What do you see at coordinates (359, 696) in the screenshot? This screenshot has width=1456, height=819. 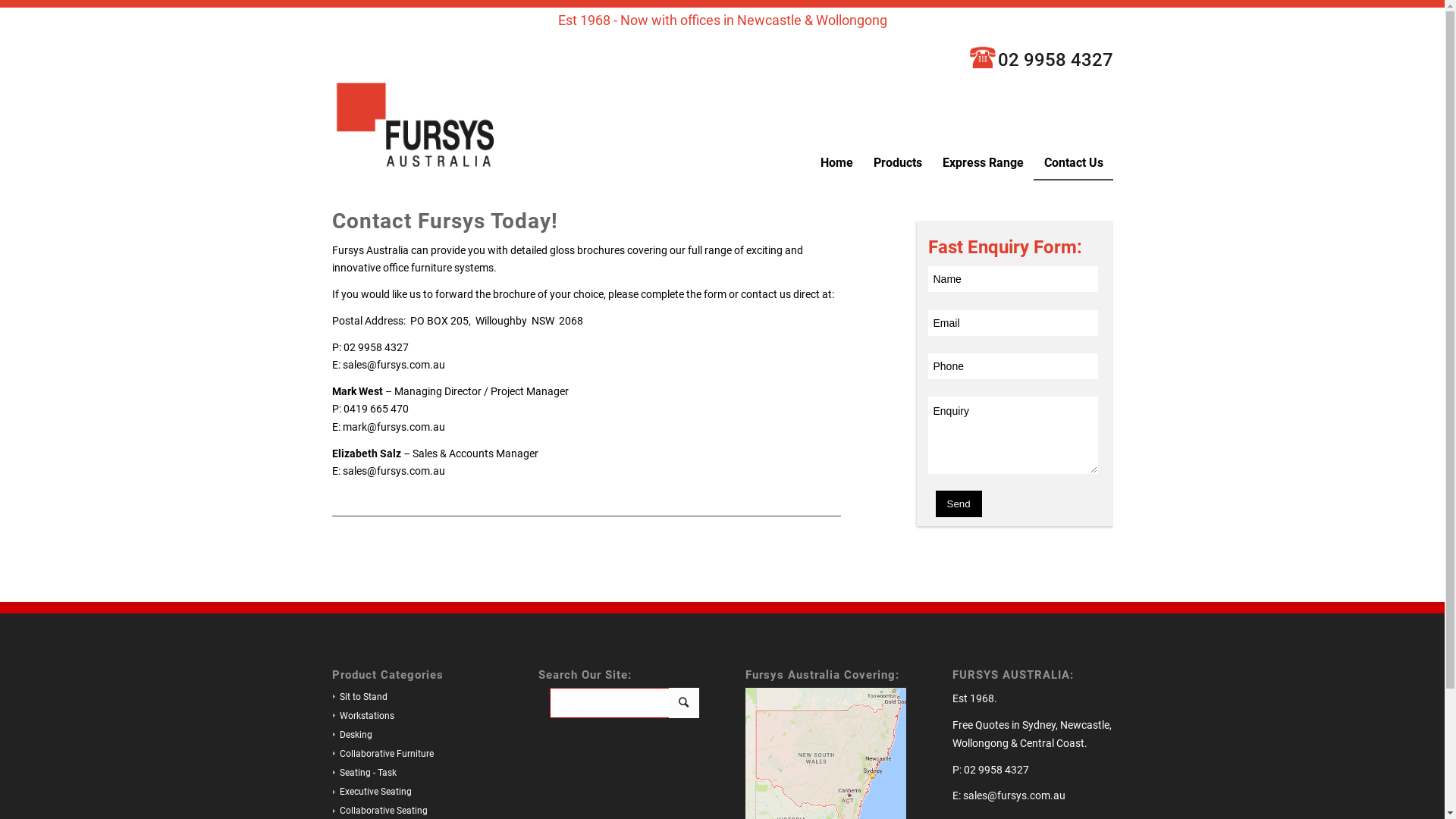 I see `'Sit to Stand'` at bounding box center [359, 696].